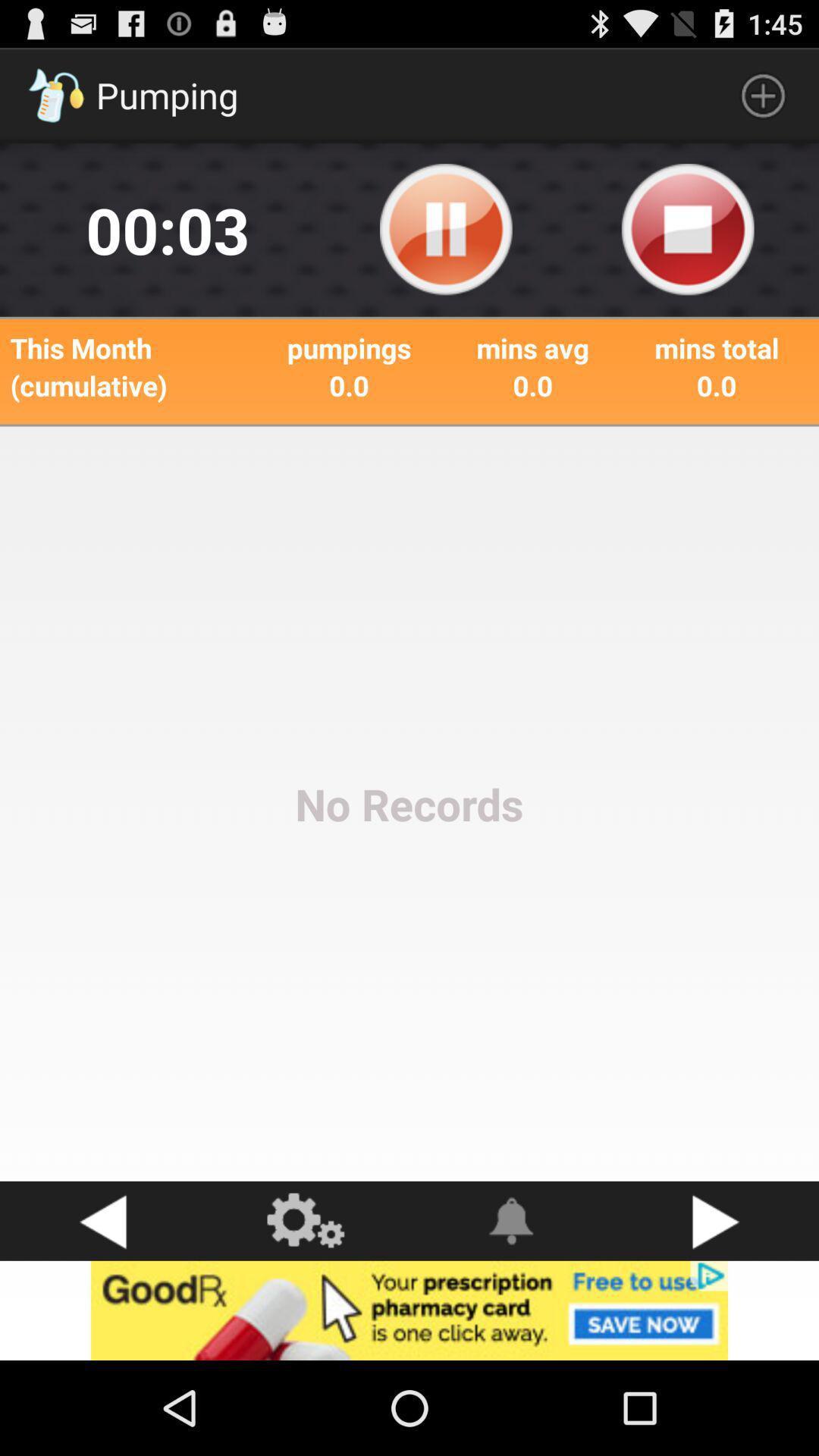 The height and width of the screenshot is (1456, 819). What do you see at coordinates (512, 1221) in the screenshot?
I see `notifications` at bounding box center [512, 1221].